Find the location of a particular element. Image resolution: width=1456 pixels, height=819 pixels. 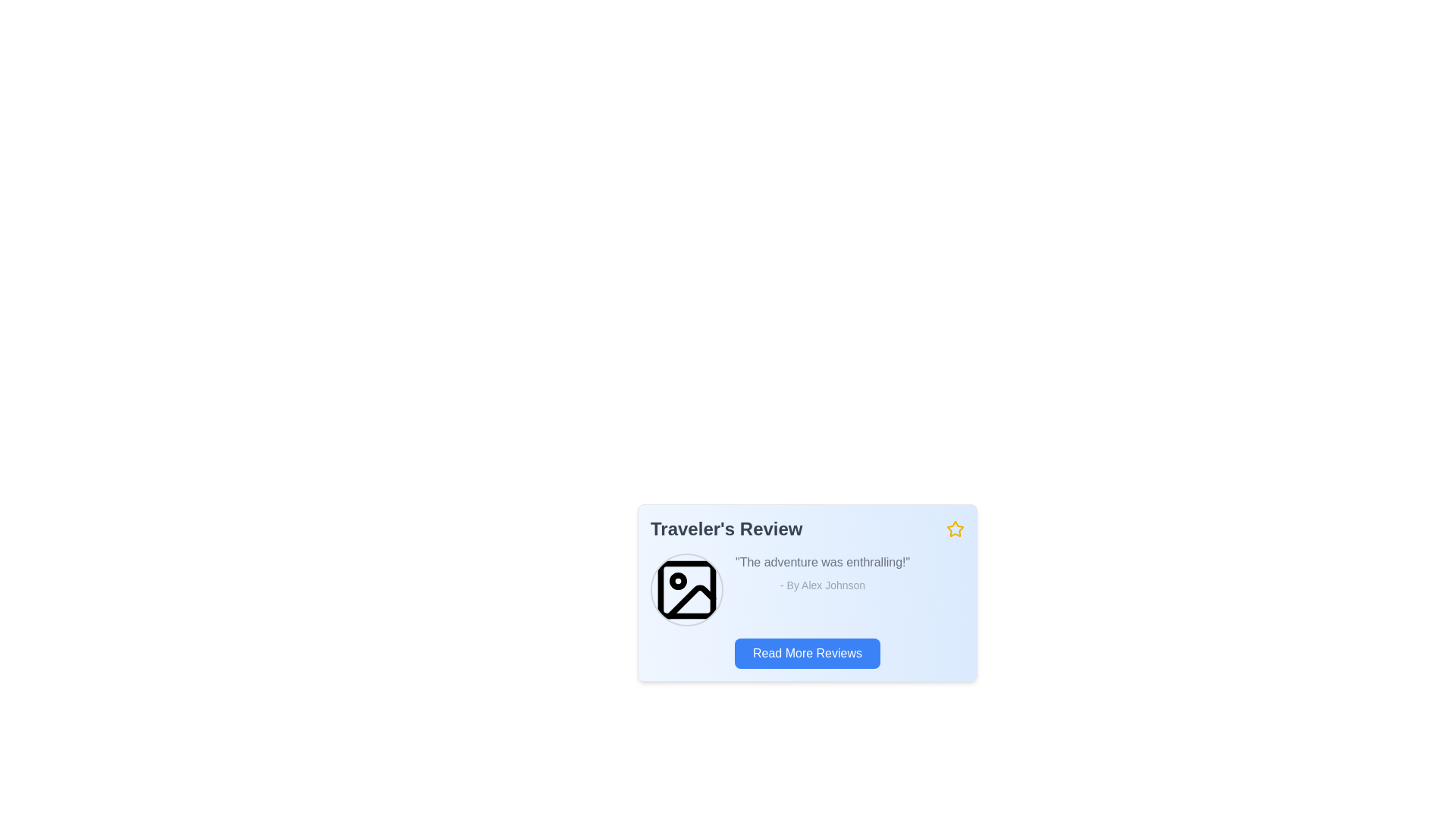

the small circle element located within the upper-left quadrant of the larger image icon on the left side of the review card is located at coordinates (677, 580).